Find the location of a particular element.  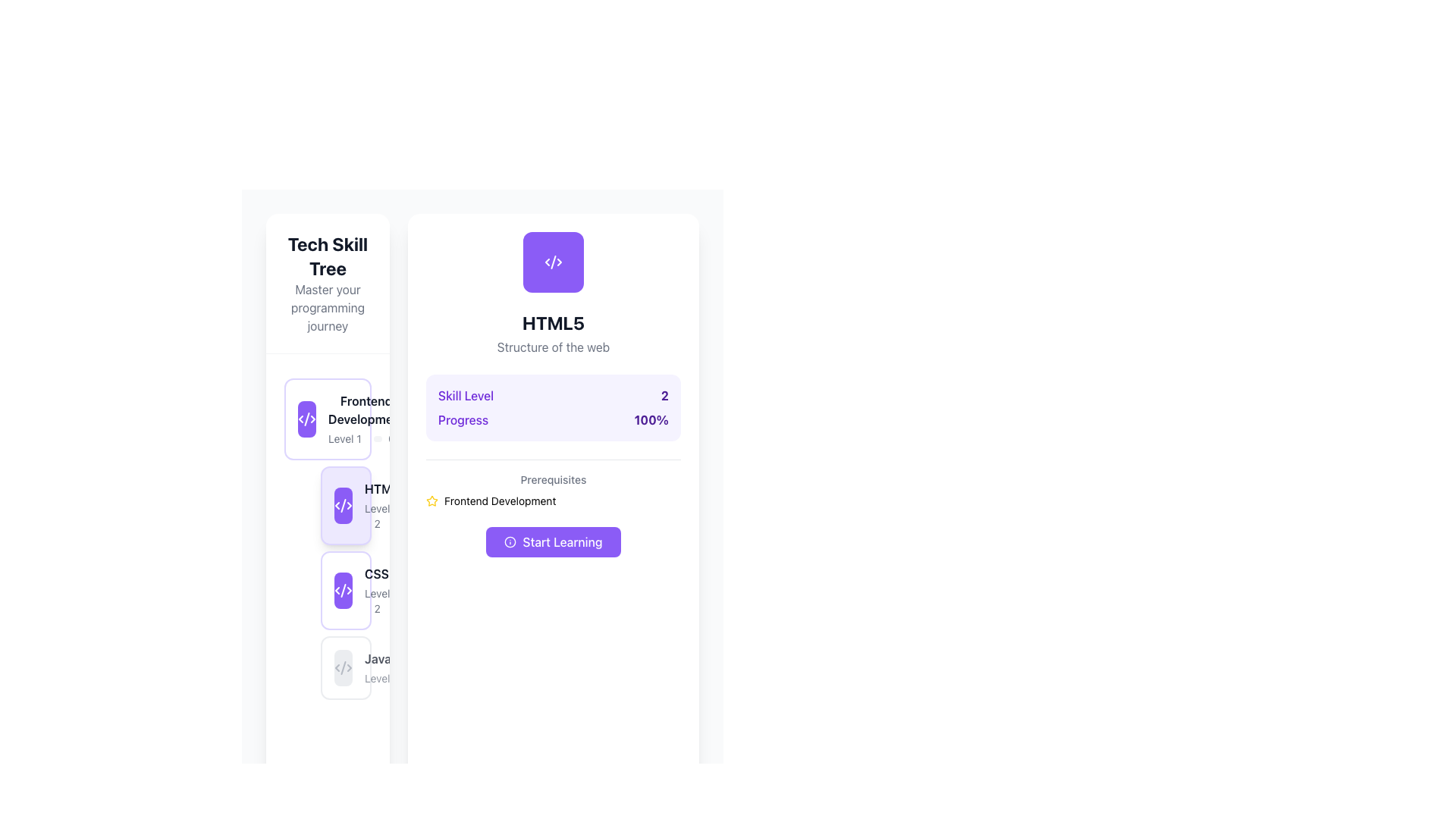

the icon representing angle brackets with a slash (</>) within the 'CSS Level 2' card in the left sidebar is located at coordinates (342, 590).